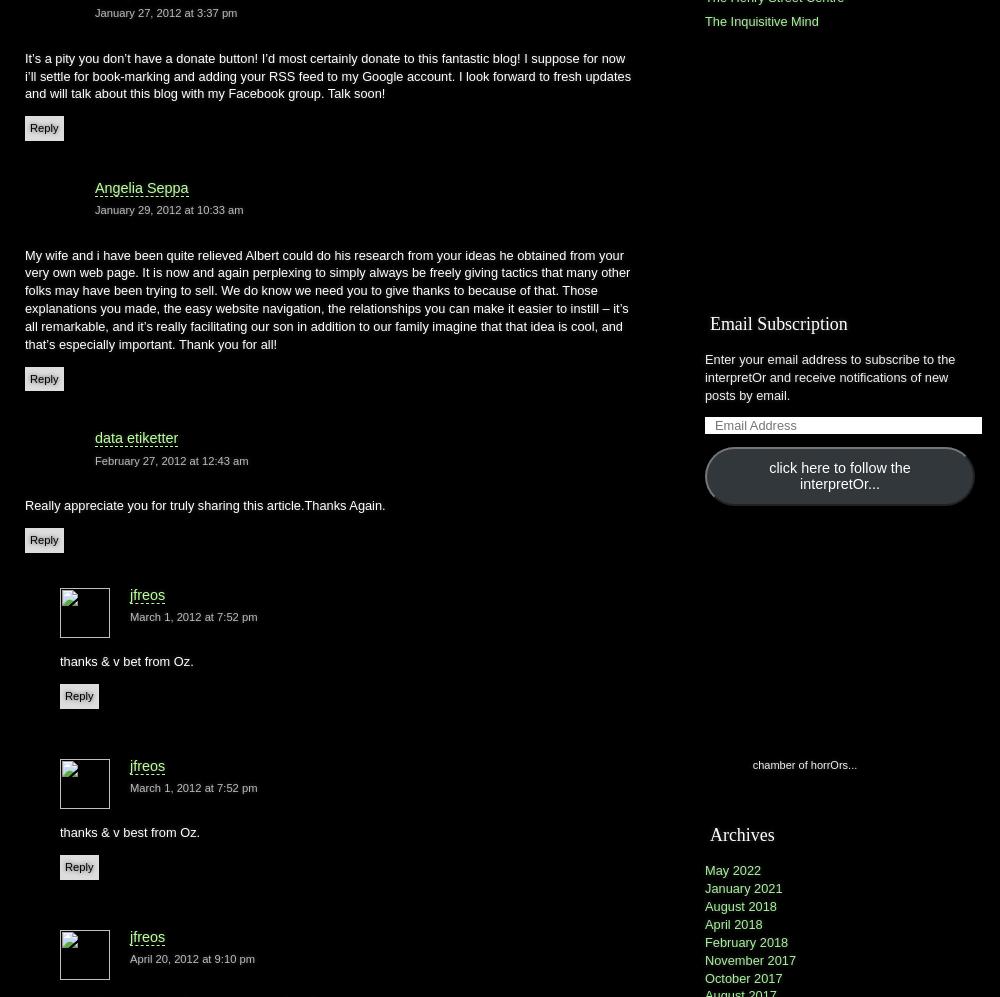 This screenshot has width=1000, height=997. What do you see at coordinates (166, 12) in the screenshot?
I see `'January 27, 2012 at 3:37 pm'` at bounding box center [166, 12].